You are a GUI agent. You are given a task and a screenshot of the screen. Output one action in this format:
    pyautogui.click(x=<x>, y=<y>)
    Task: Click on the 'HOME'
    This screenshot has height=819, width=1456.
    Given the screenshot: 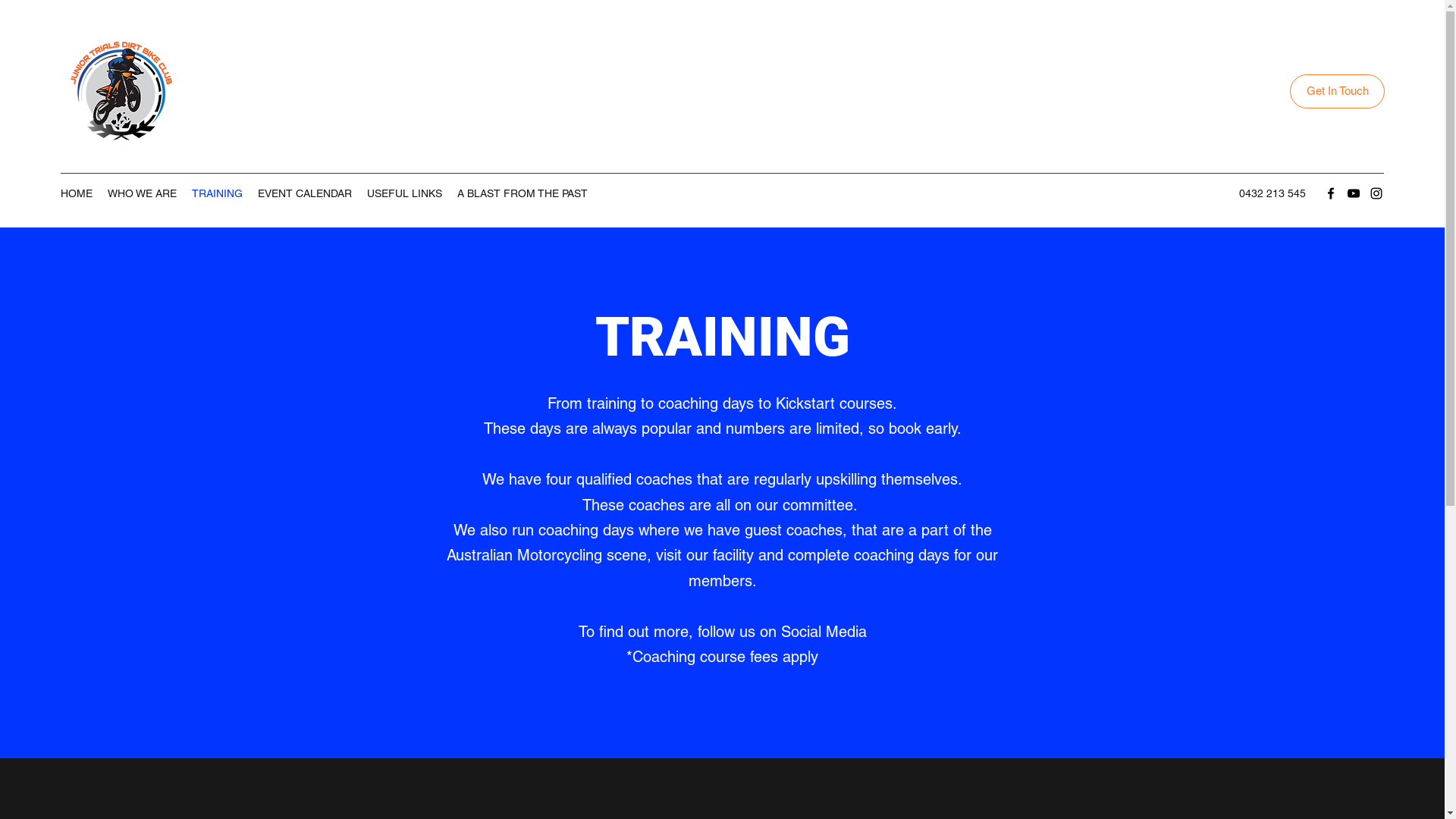 What is the action you would take?
    pyautogui.click(x=75, y=192)
    